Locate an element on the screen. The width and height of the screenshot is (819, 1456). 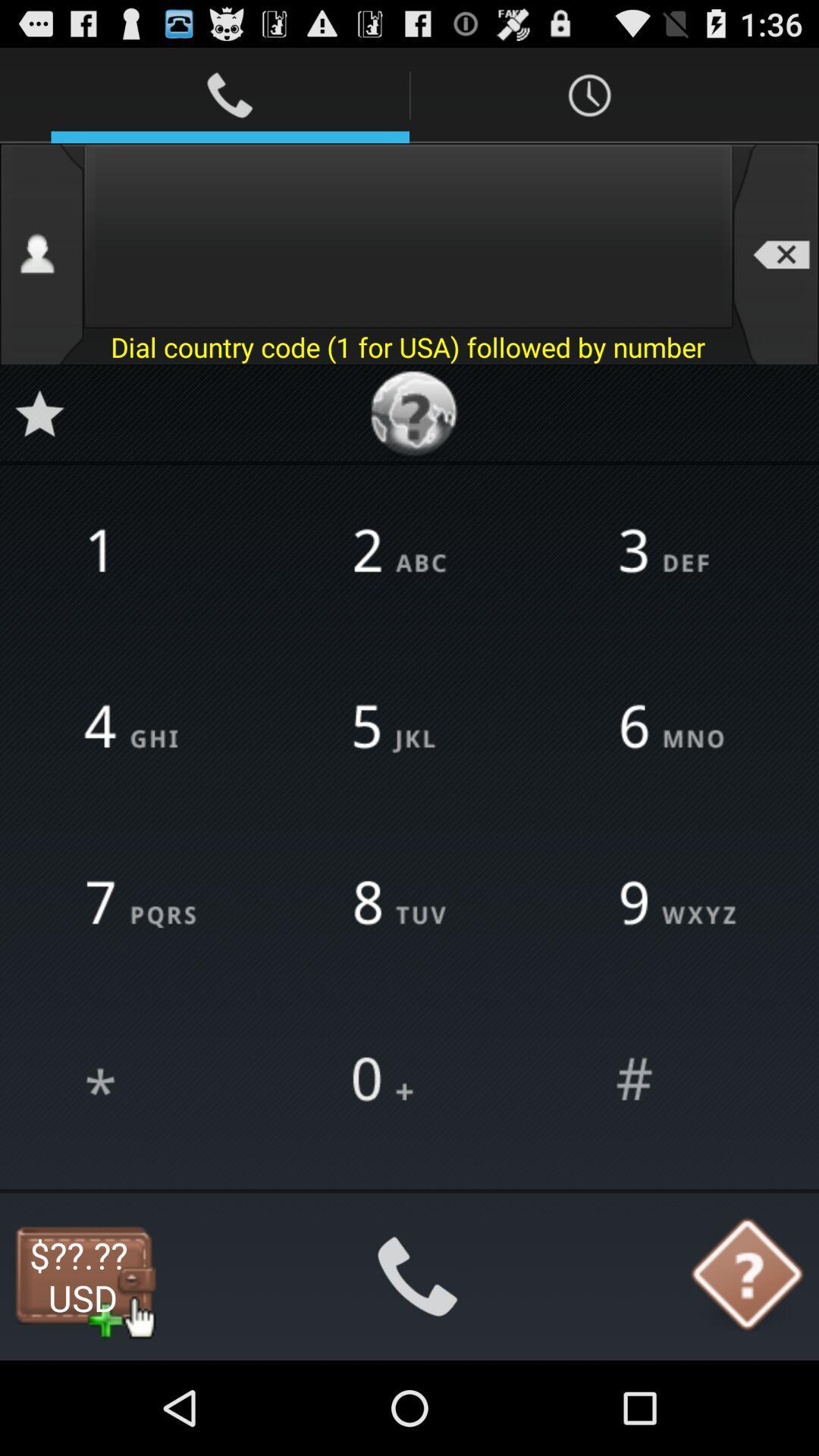
the number 5 is located at coordinates (409, 728).